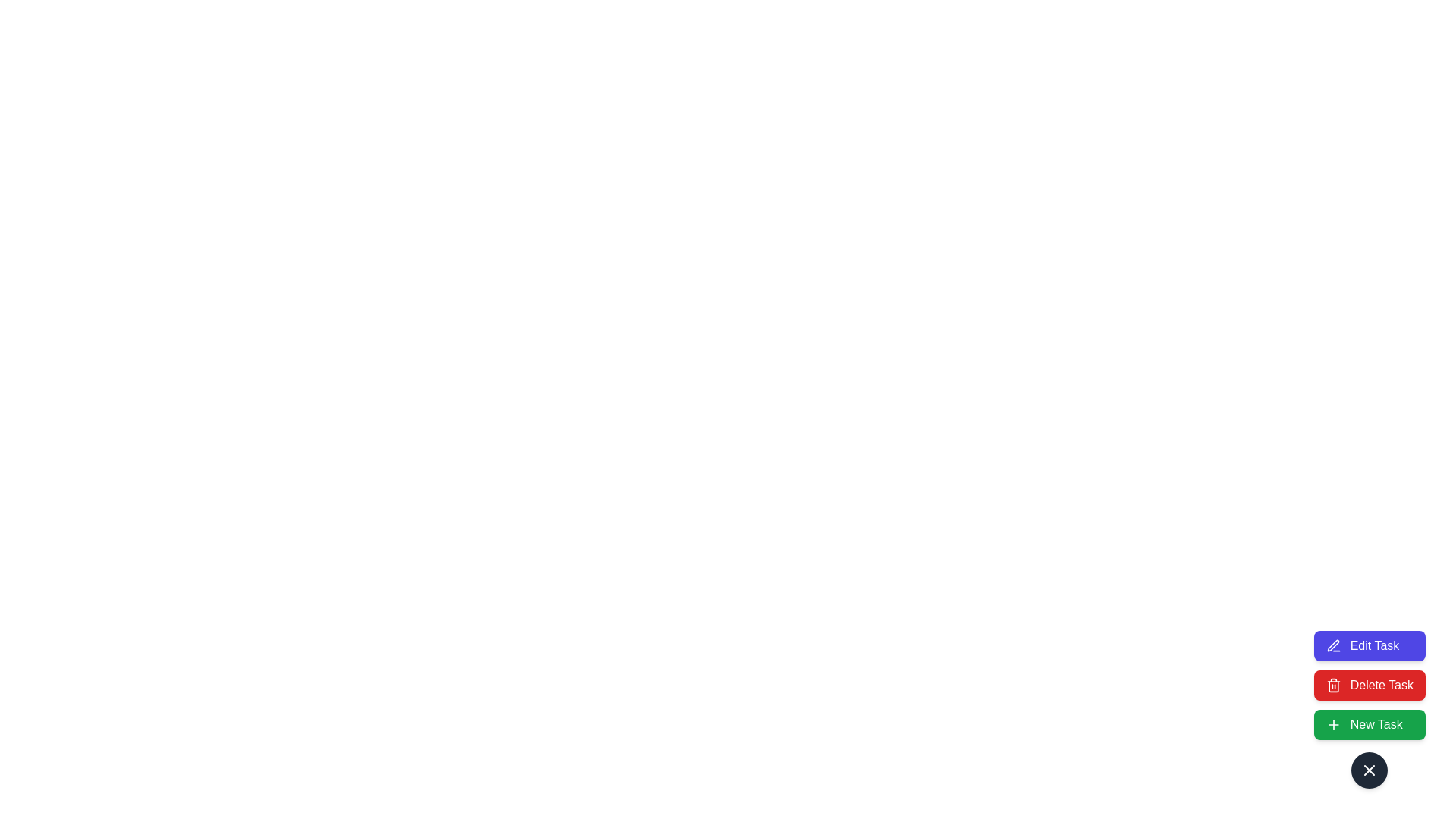 The image size is (1456, 819). What do you see at coordinates (1369, 724) in the screenshot?
I see `the 'New Task' button` at bounding box center [1369, 724].